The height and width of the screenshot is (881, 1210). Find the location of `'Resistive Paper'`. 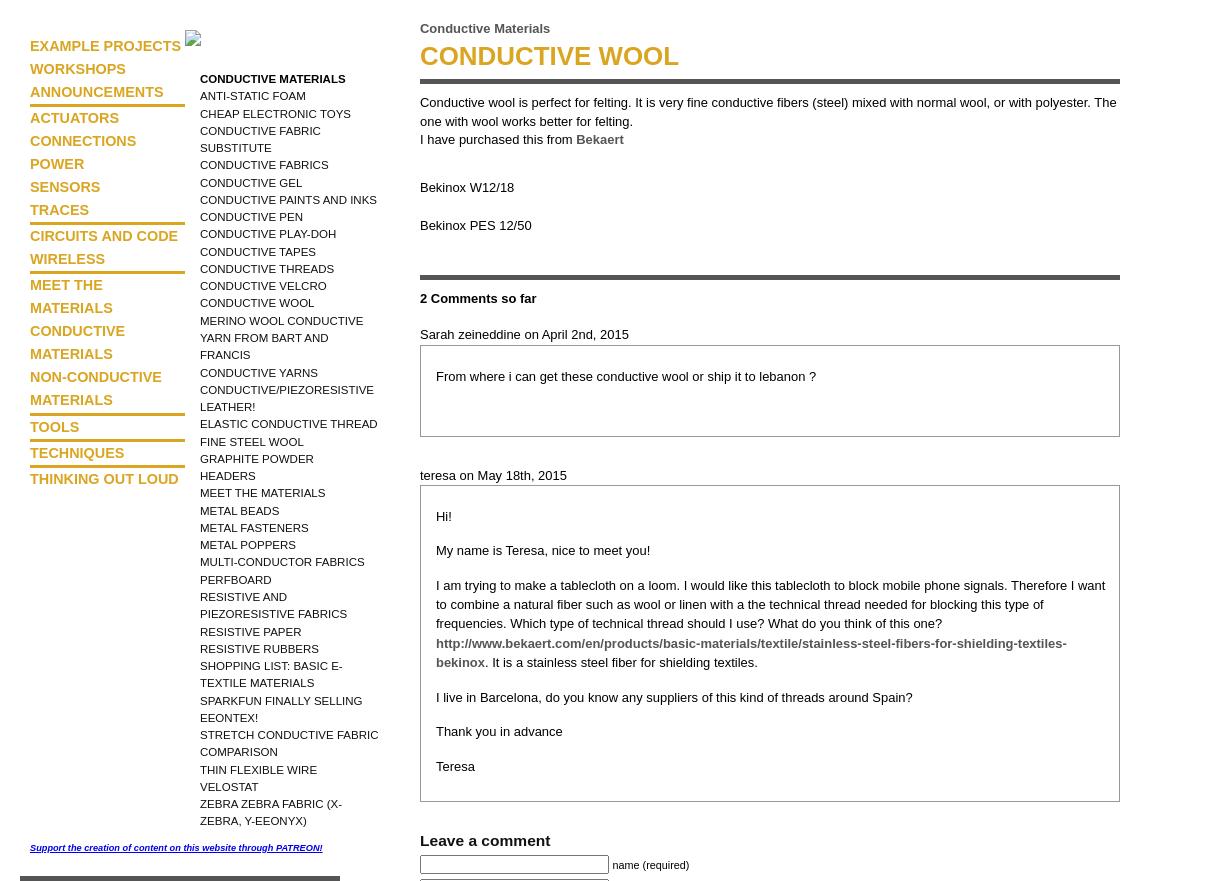

'Resistive Paper' is located at coordinates (249, 629).